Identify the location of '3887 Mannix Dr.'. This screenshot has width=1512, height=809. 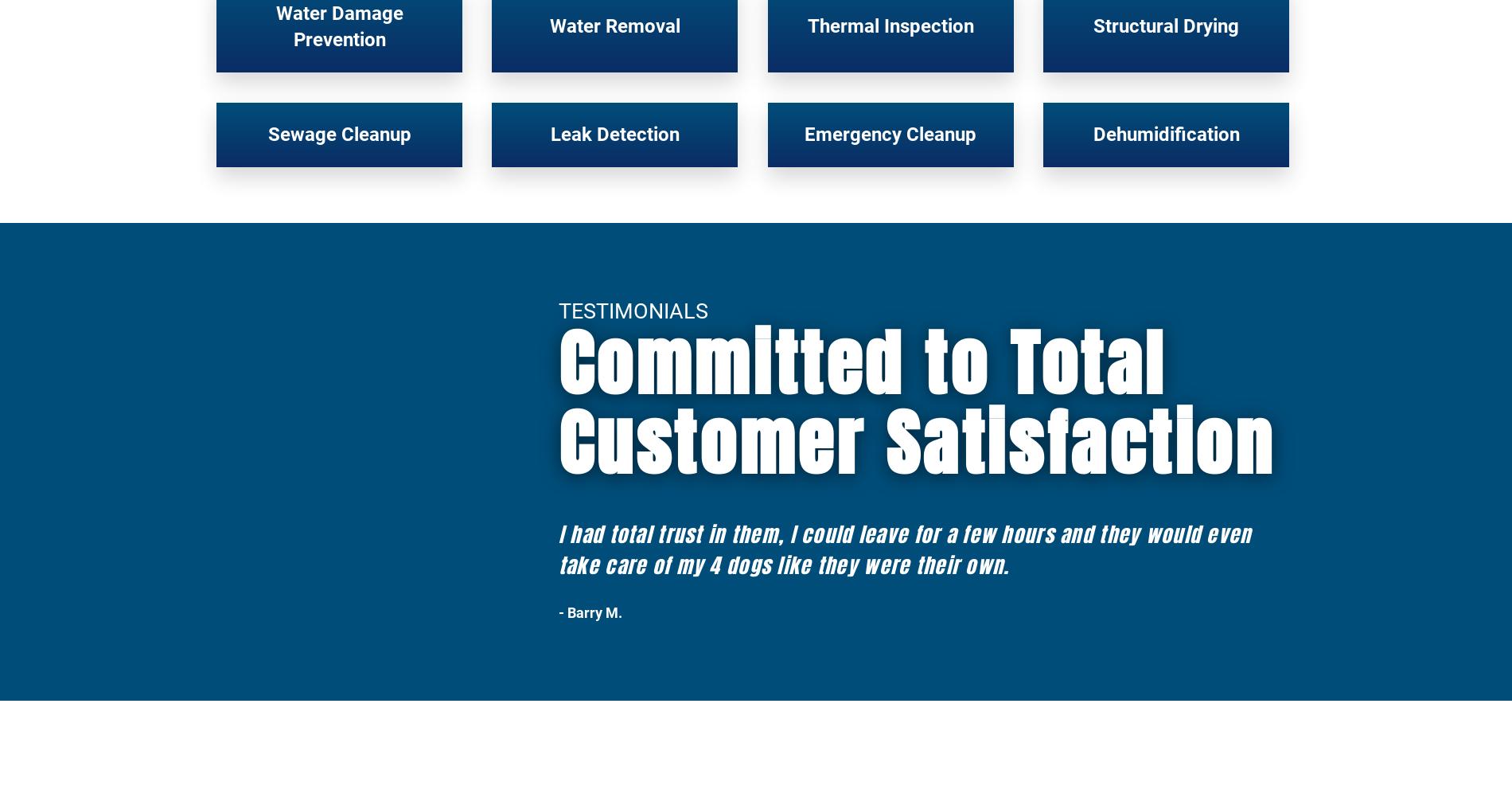
(1114, 582).